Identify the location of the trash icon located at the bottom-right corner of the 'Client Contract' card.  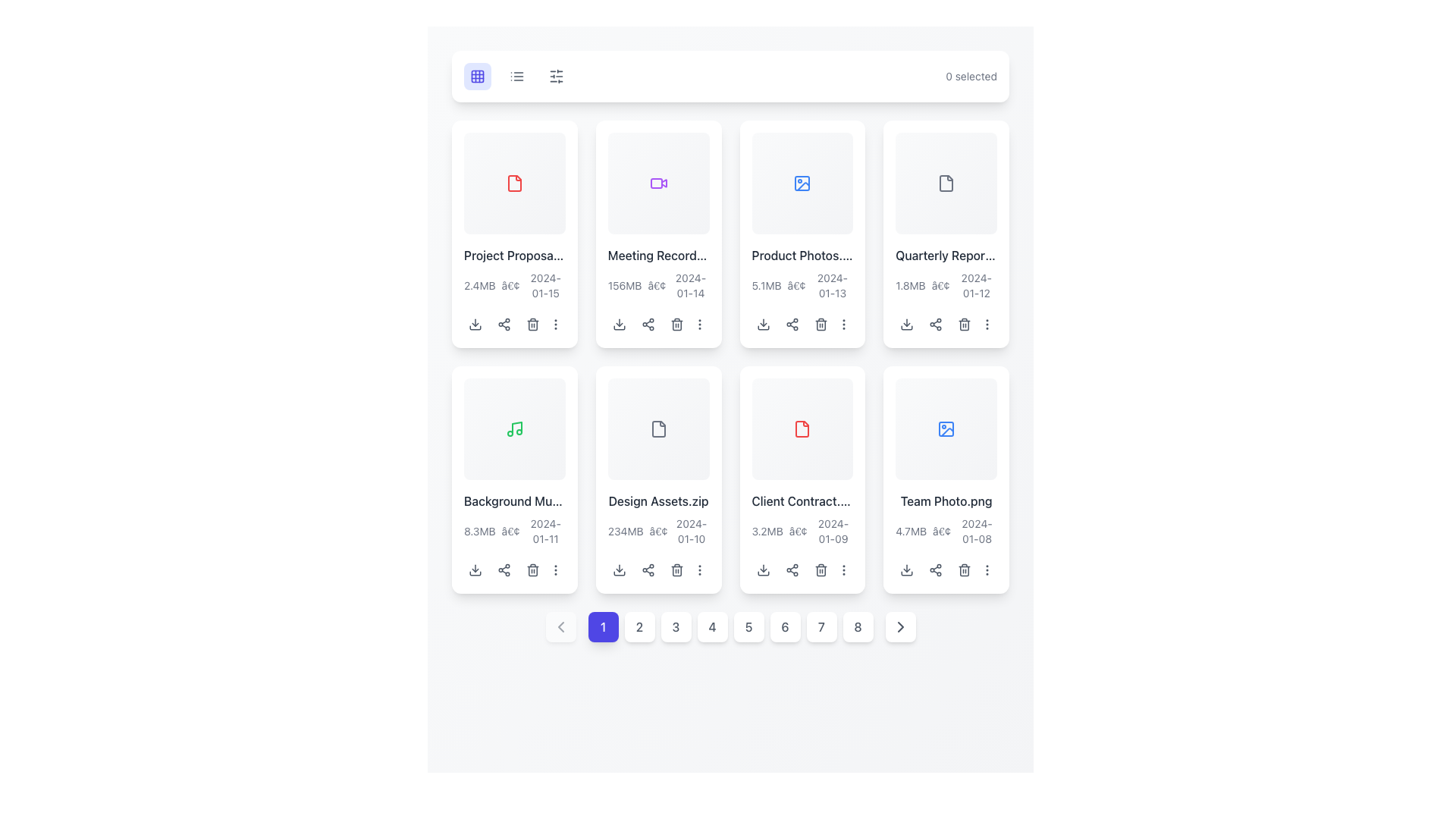
(820, 570).